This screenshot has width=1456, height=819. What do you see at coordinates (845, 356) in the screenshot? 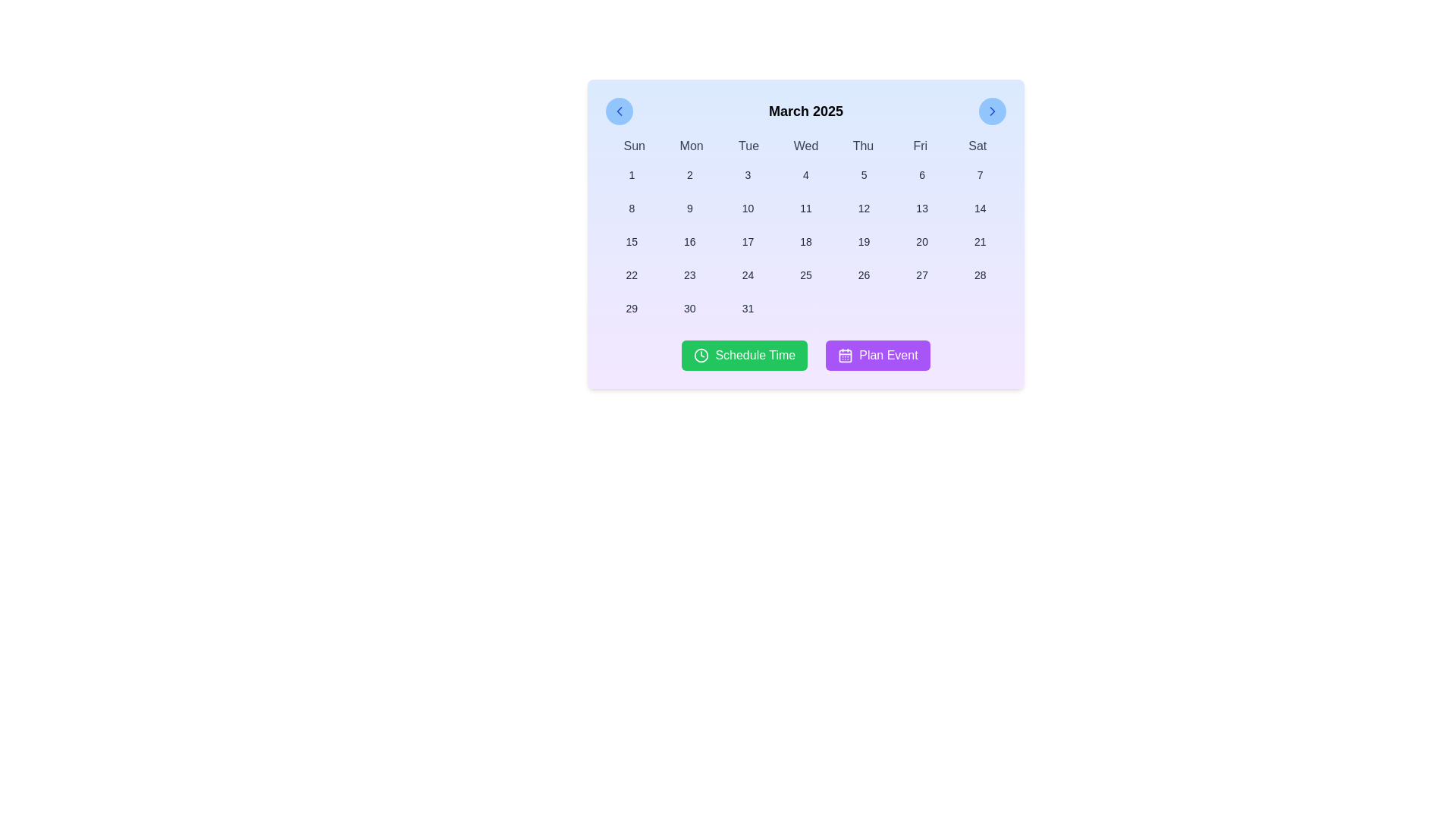
I see `the 'Plan Event' button located at the bottom right of the calendar interface, which features a calendar icon with a purple background and a rectangular outline` at bounding box center [845, 356].